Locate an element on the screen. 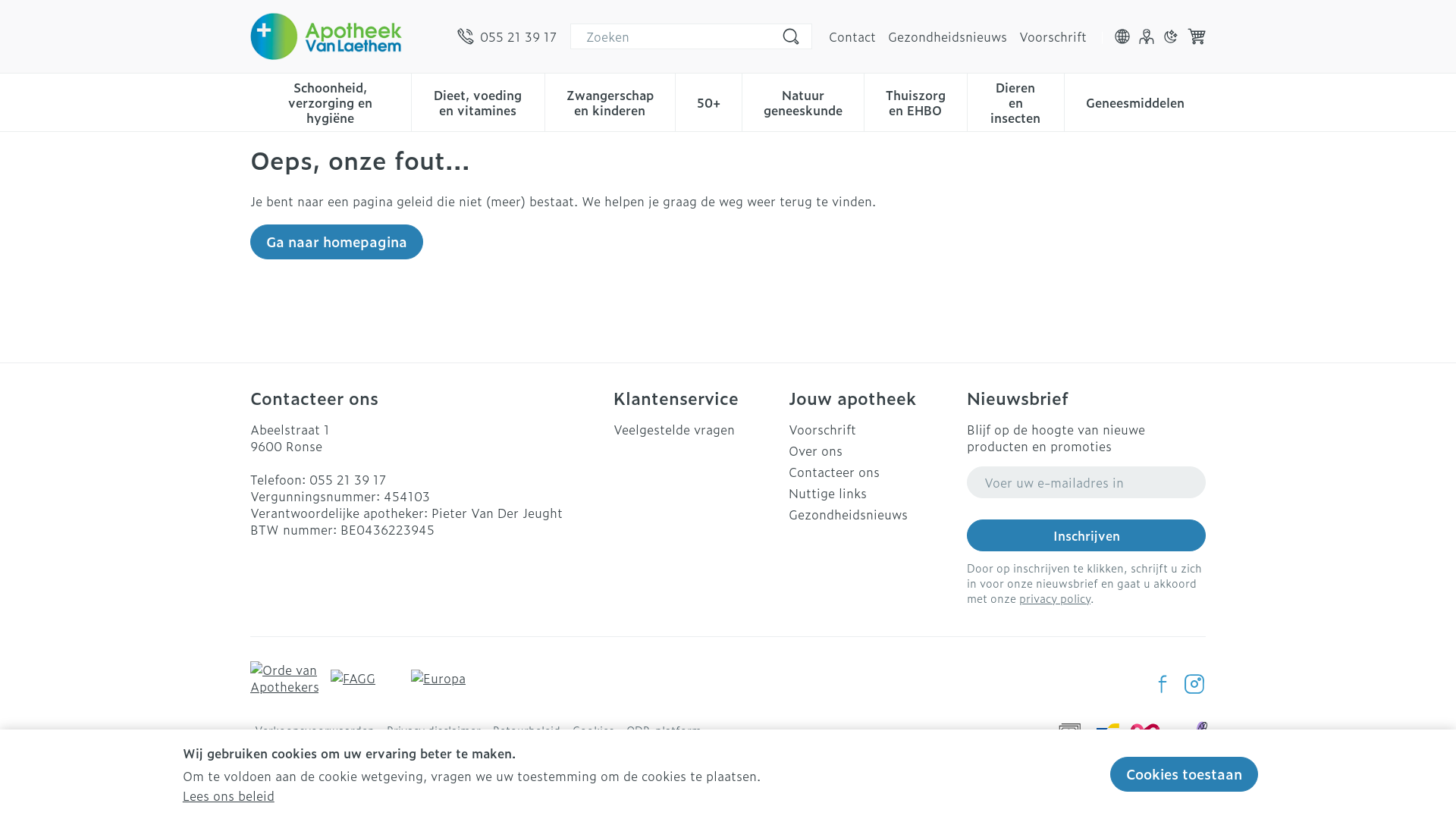  'Apotheek Van Laethem' is located at coordinates (347, 35).